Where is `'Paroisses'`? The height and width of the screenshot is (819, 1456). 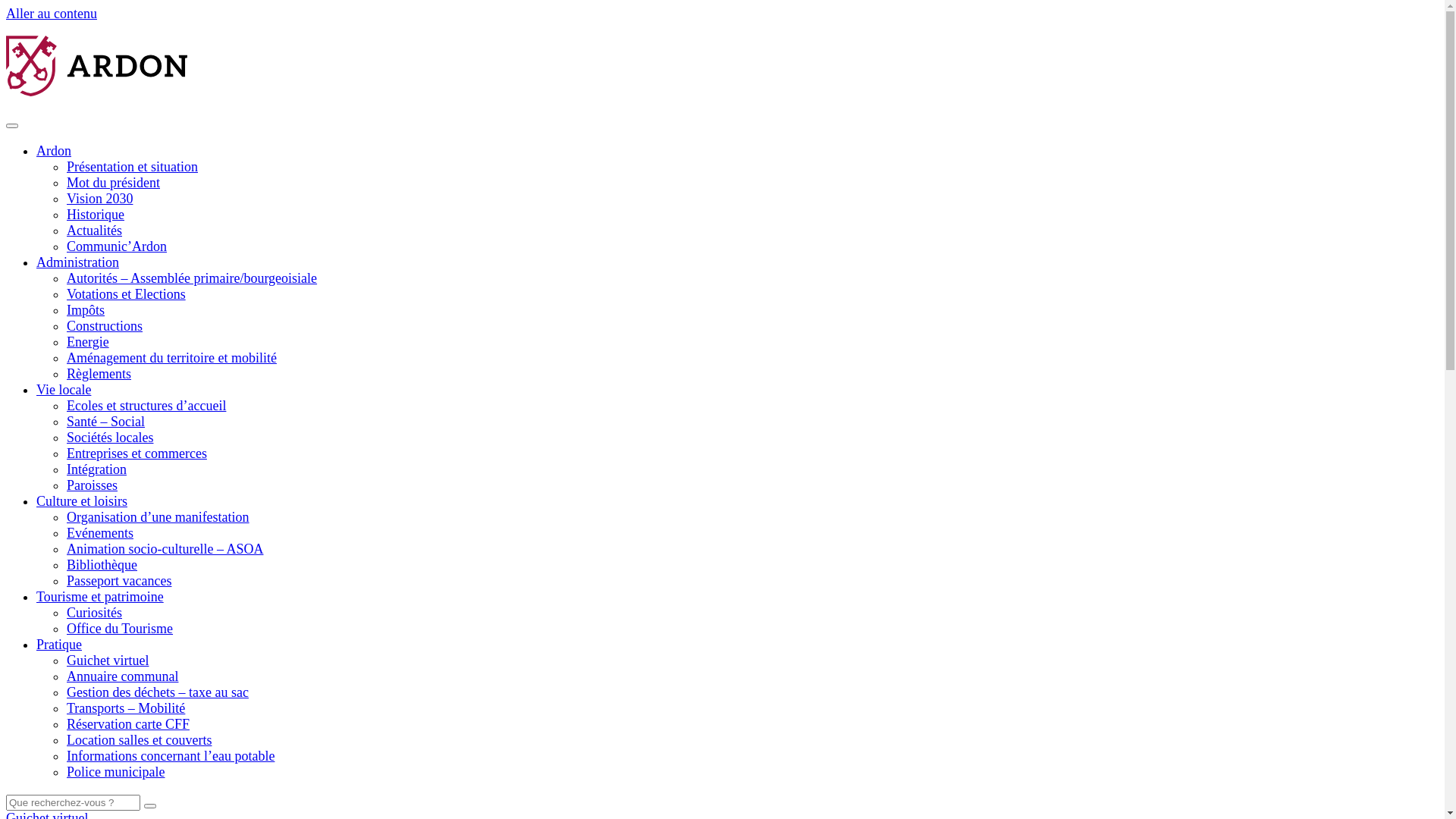
'Paroisses' is located at coordinates (91, 485).